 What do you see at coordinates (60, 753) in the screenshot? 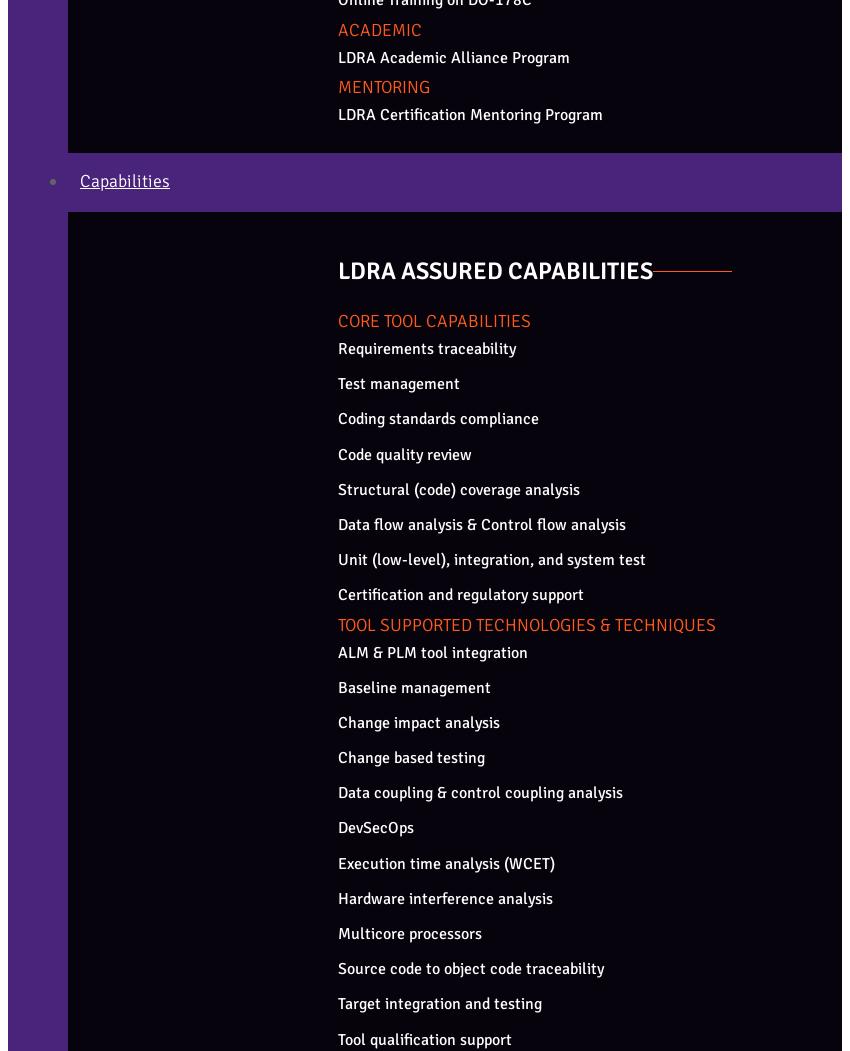
I see `'+91 80 4080 8707'` at bounding box center [60, 753].